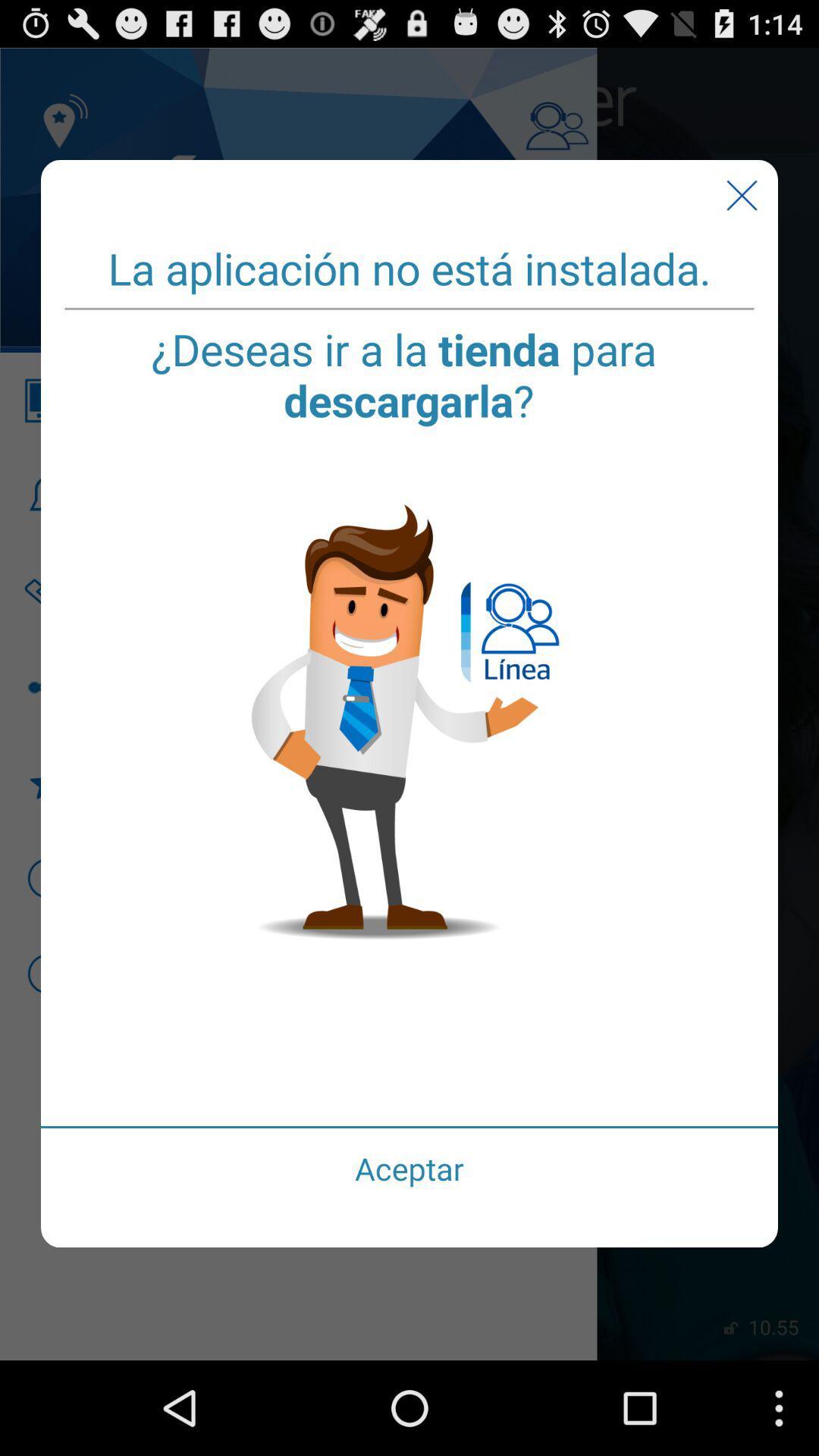 The image size is (819, 1456). Describe the element at coordinates (741, 195) in the screenshot. I see `pop up` at that location.